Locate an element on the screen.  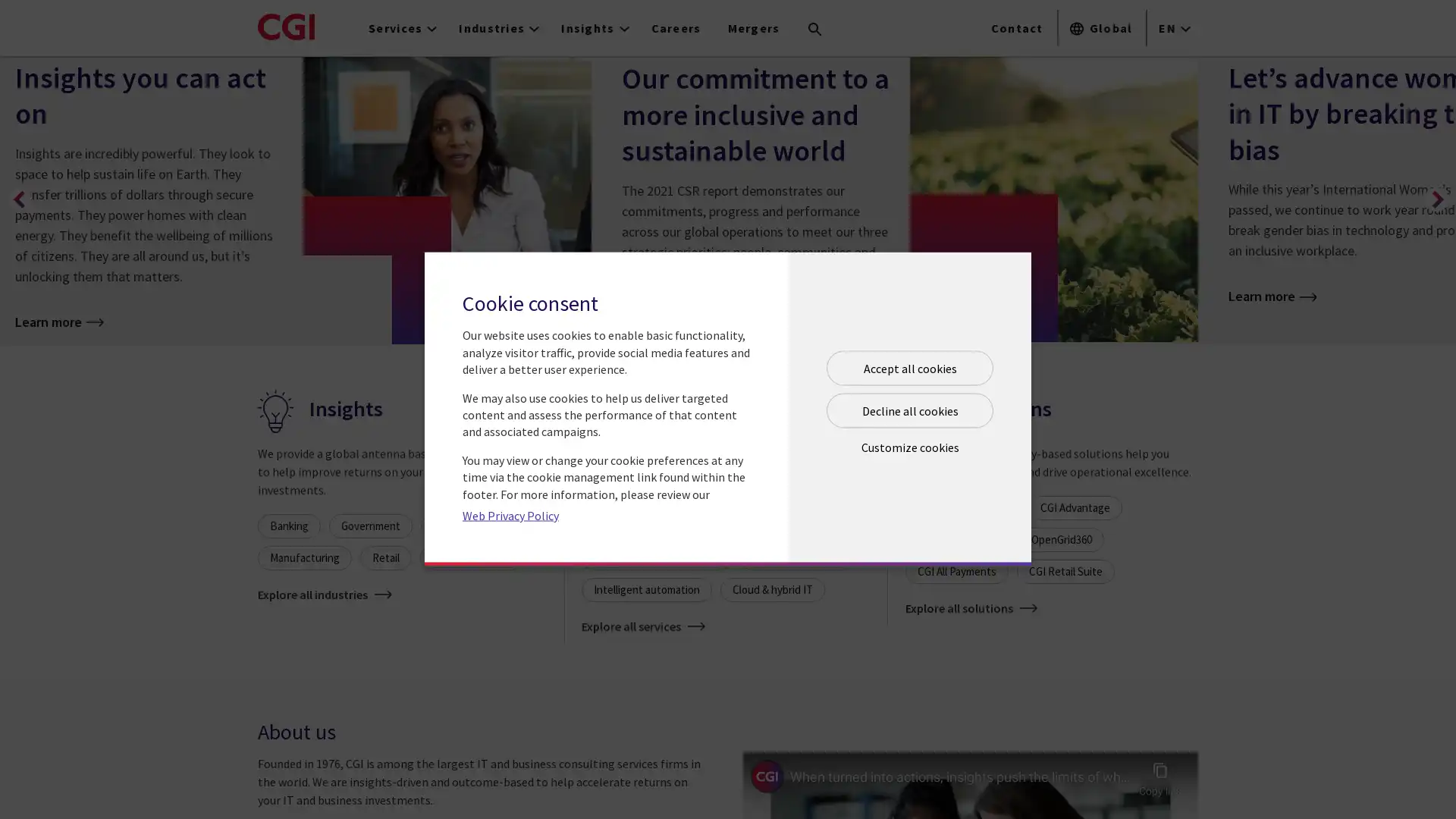
Decline all cookies is located at coordinates (910, 409).